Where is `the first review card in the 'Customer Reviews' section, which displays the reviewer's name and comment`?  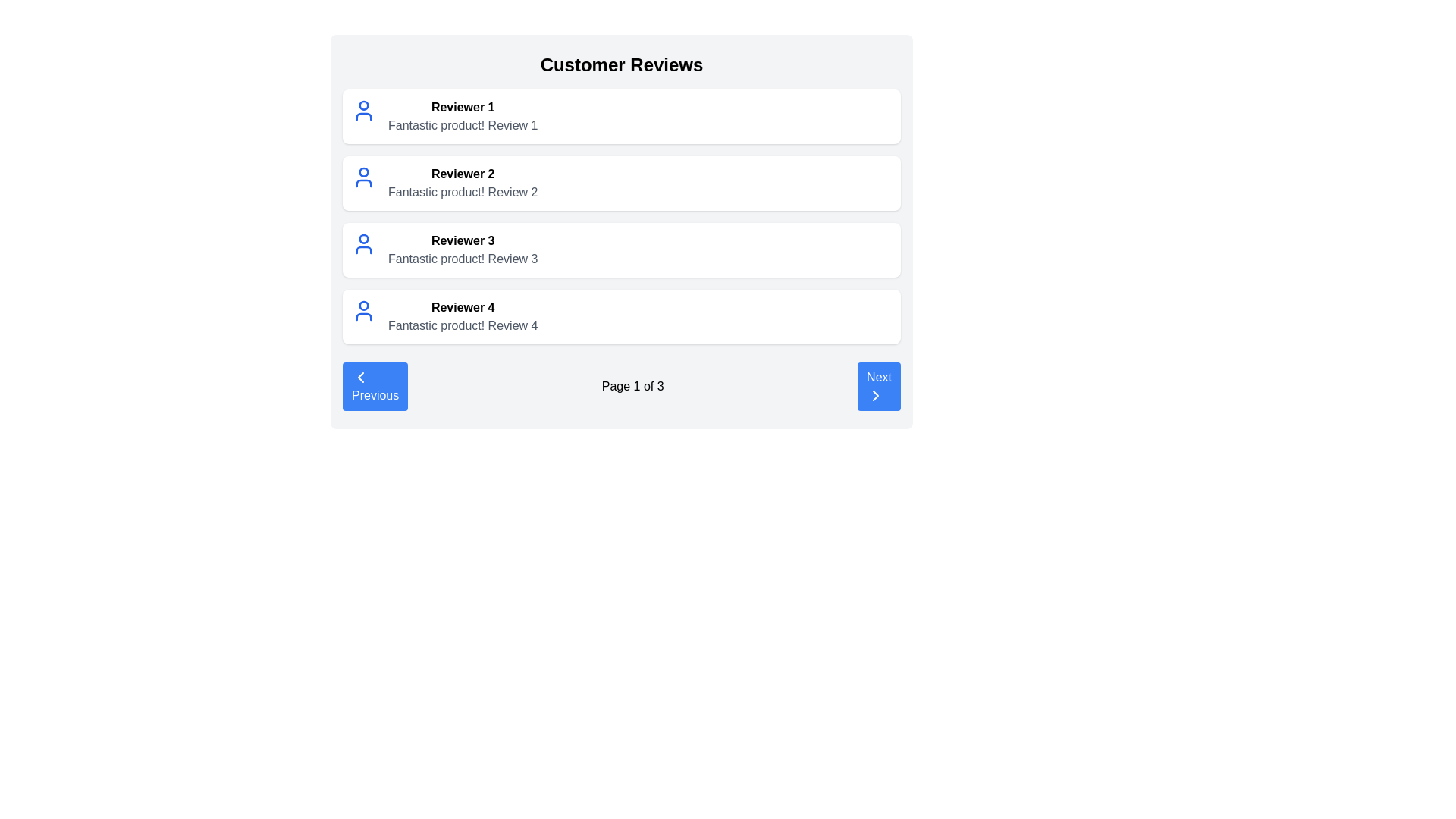
the first review card in the 'Customer Reviews' section, which displays the reviewer's name and comment is located at coordinates (622, 116).